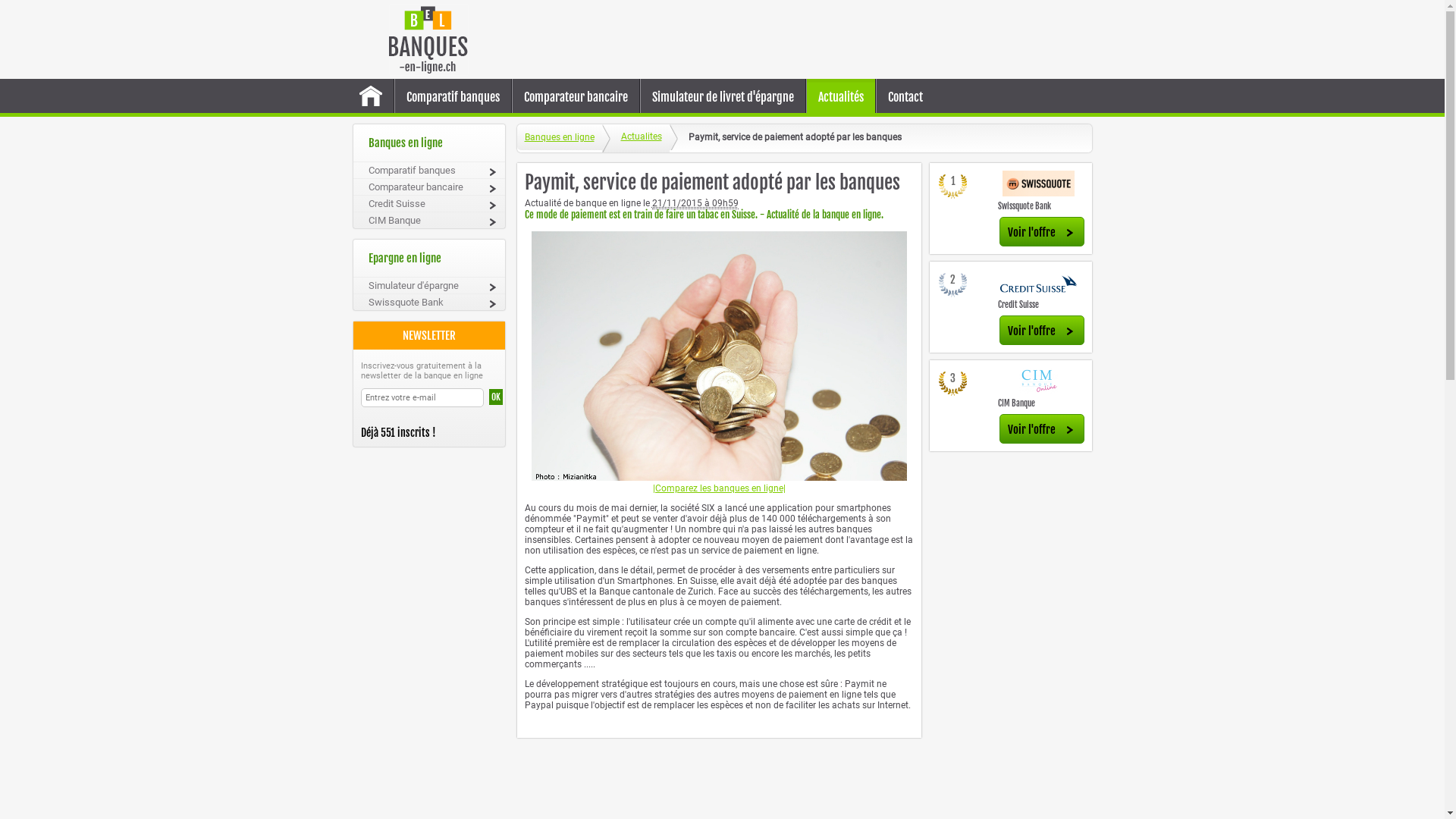 The height and width of the screenshot is (819, 1456). I want to click on 'Contact', so click(877, 97).